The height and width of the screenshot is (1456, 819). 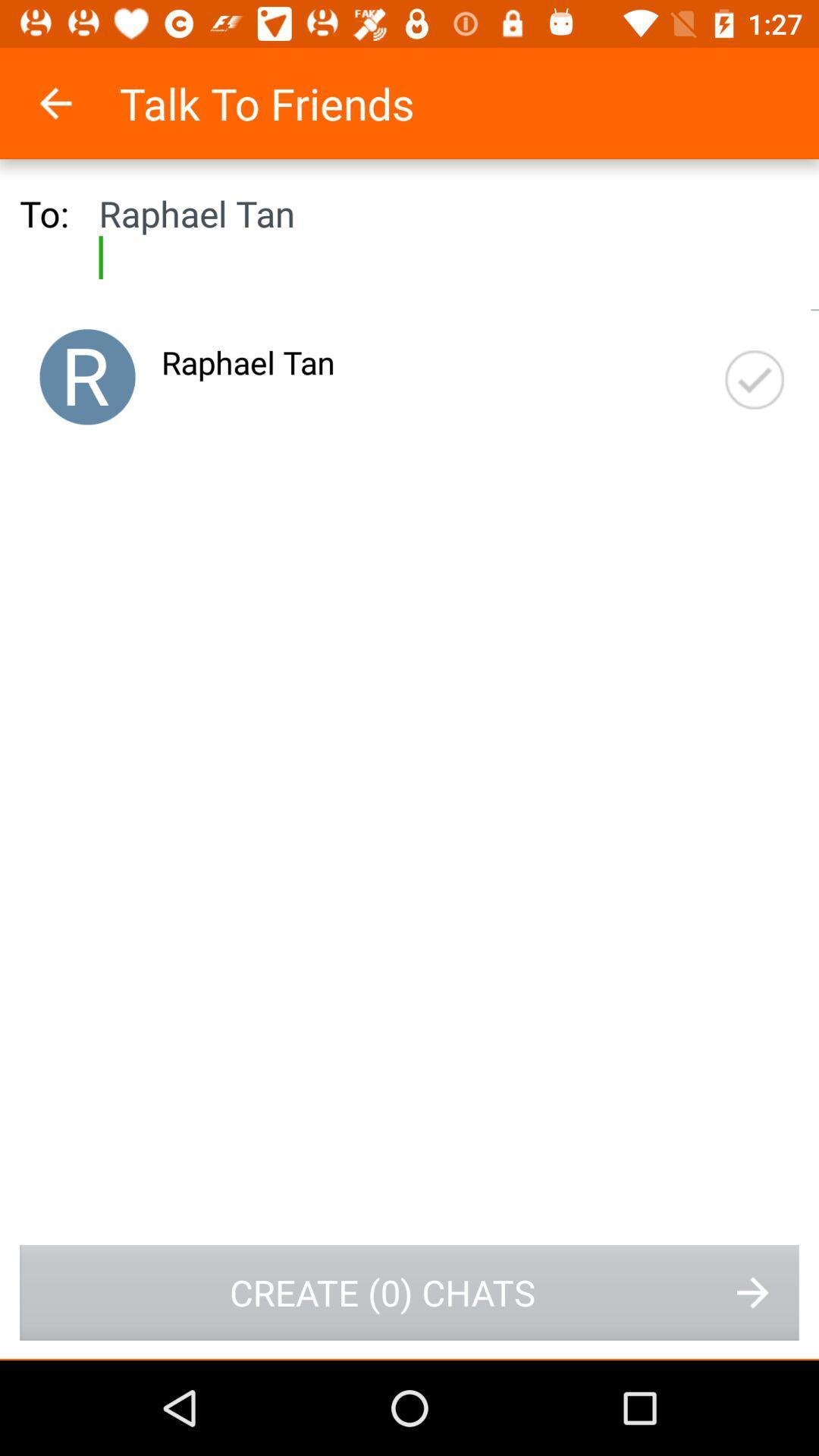 What do you see at coordinates (755, 380) in the screenshot?
I see `icon above create (0) chats icon` at bounding box center [755, 380].